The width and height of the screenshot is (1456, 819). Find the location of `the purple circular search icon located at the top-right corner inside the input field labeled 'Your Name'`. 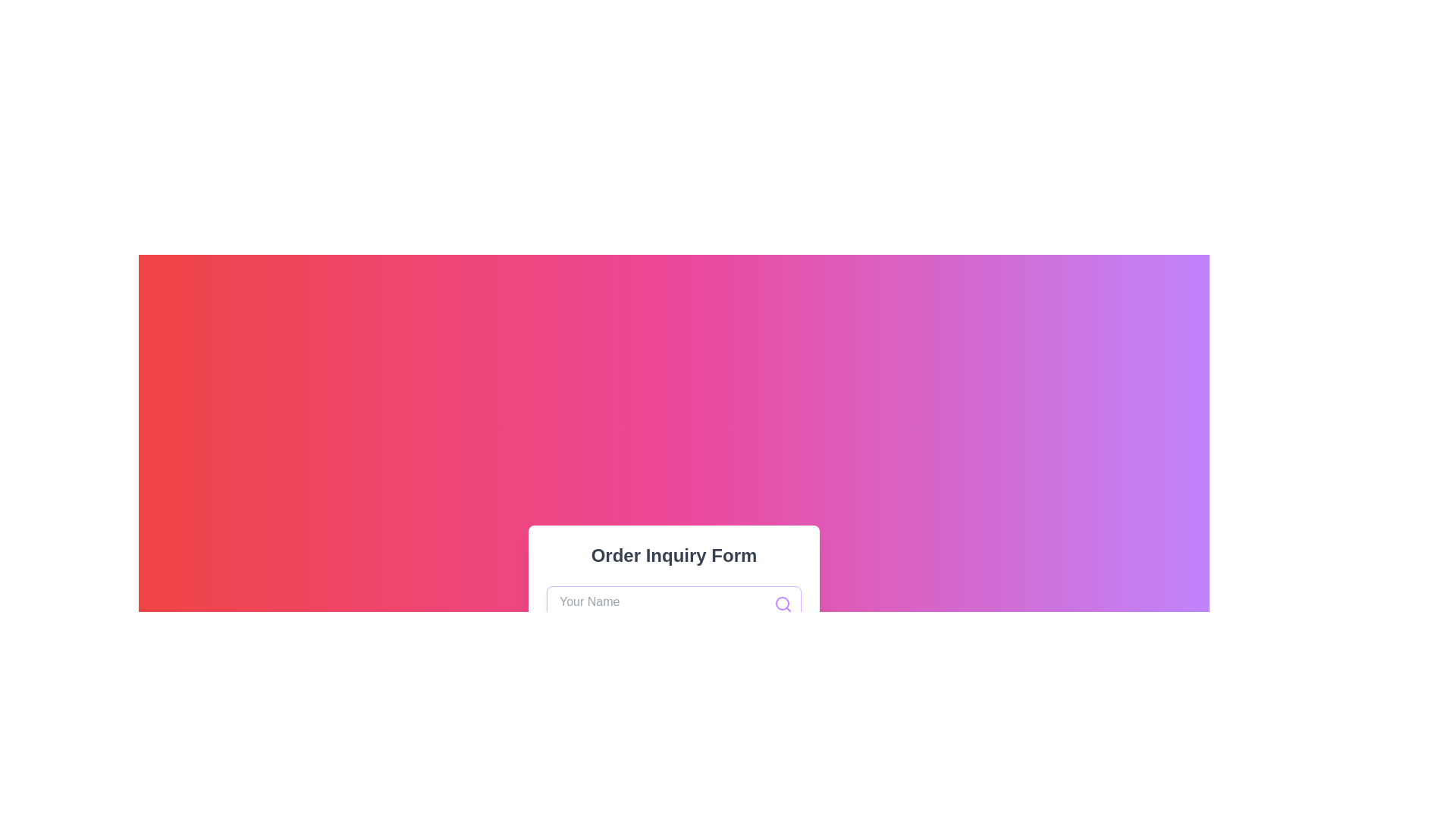

the purple circular search icon located at the top-right corner inside the input field labeled 'Your Name' is located at coordinates (783, 603).